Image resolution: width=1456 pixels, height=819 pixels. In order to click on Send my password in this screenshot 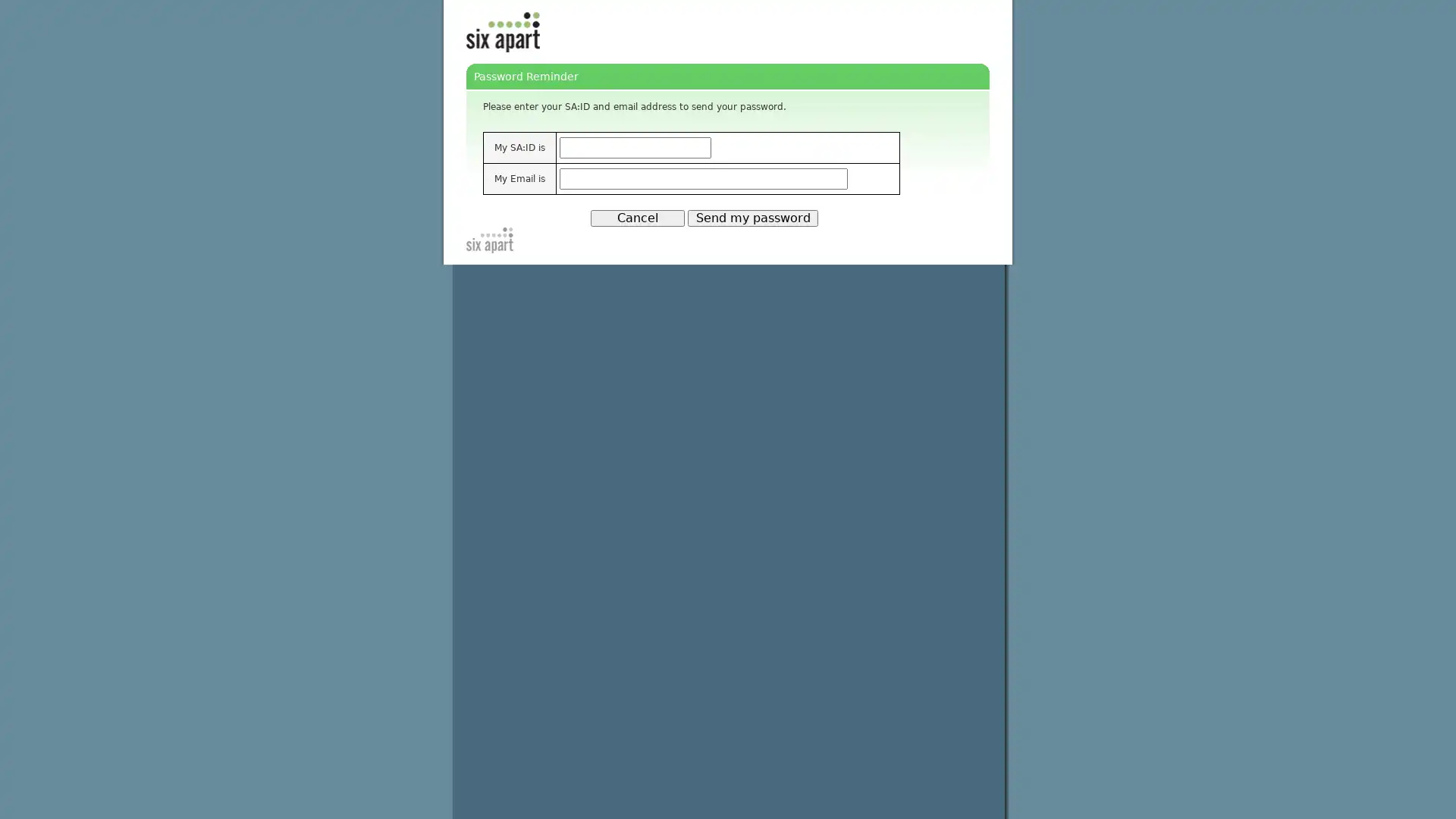, I will do `click(753, 218)`.